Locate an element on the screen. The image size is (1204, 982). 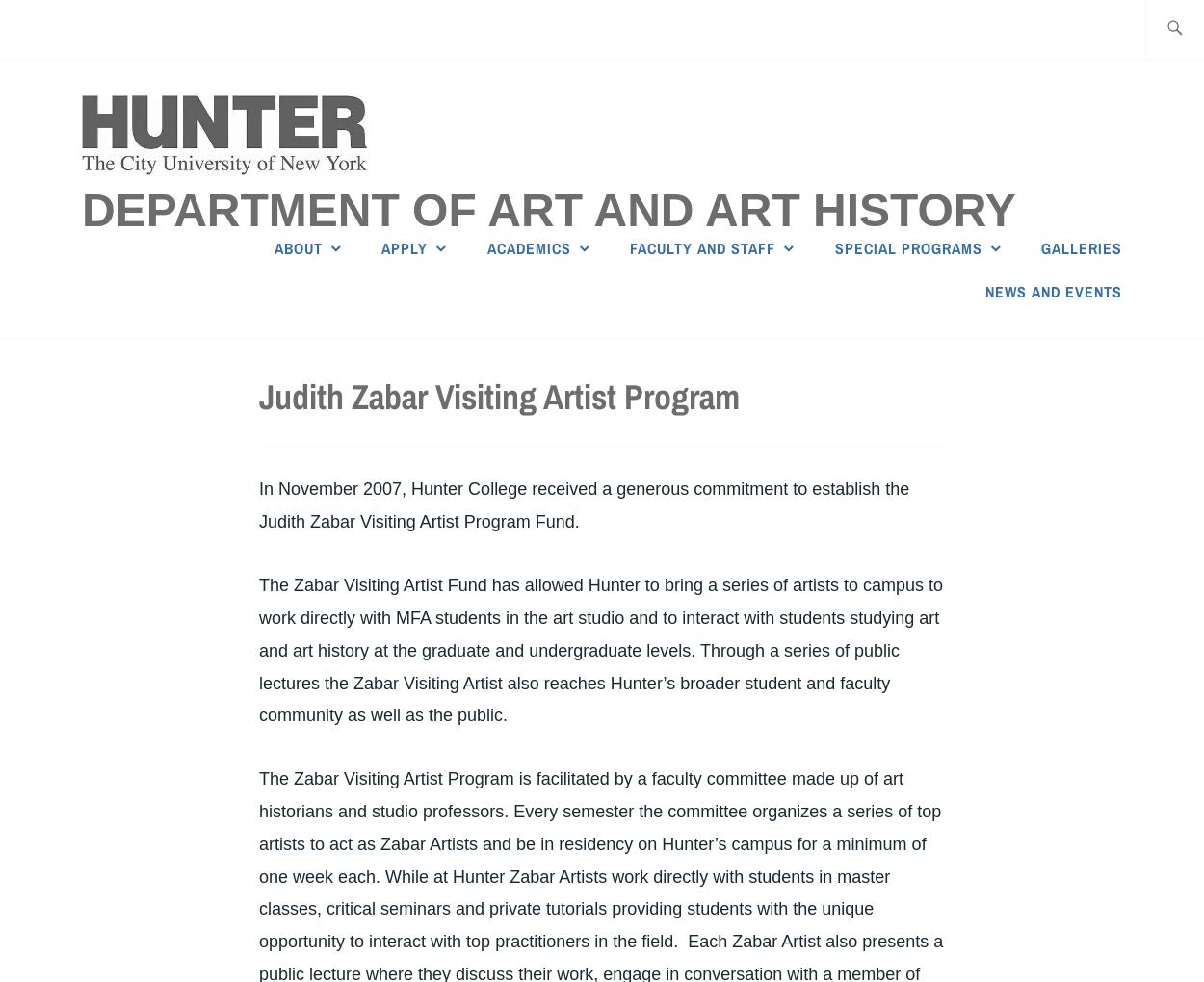
'Judith Zabar Visiting Artist Program' is located at coordinates (499, 395).